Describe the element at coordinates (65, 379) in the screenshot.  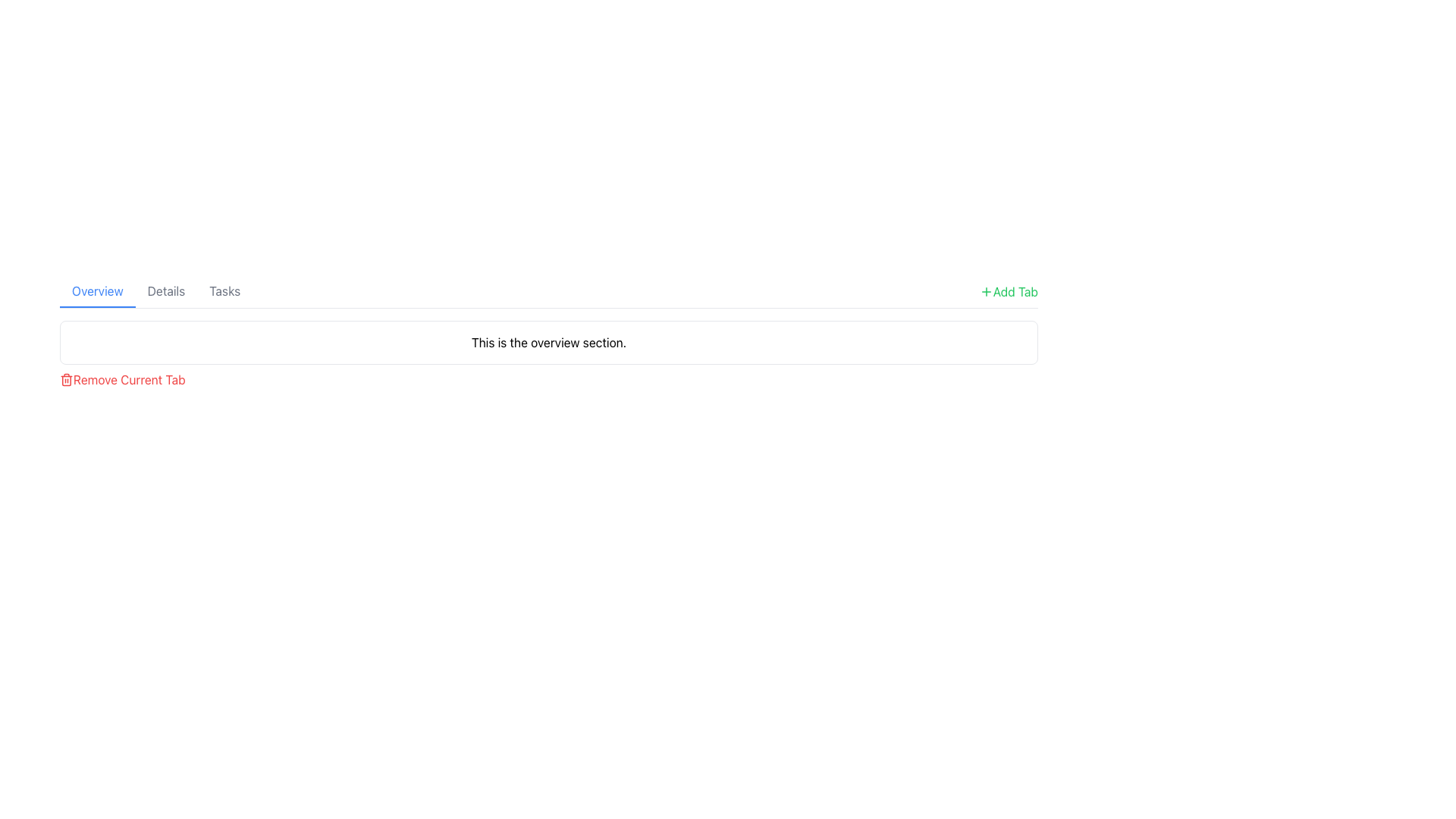
I see `the delete icon for the 'Remove Current Tab' action, located at the bottom-left area of the interface` at that location.